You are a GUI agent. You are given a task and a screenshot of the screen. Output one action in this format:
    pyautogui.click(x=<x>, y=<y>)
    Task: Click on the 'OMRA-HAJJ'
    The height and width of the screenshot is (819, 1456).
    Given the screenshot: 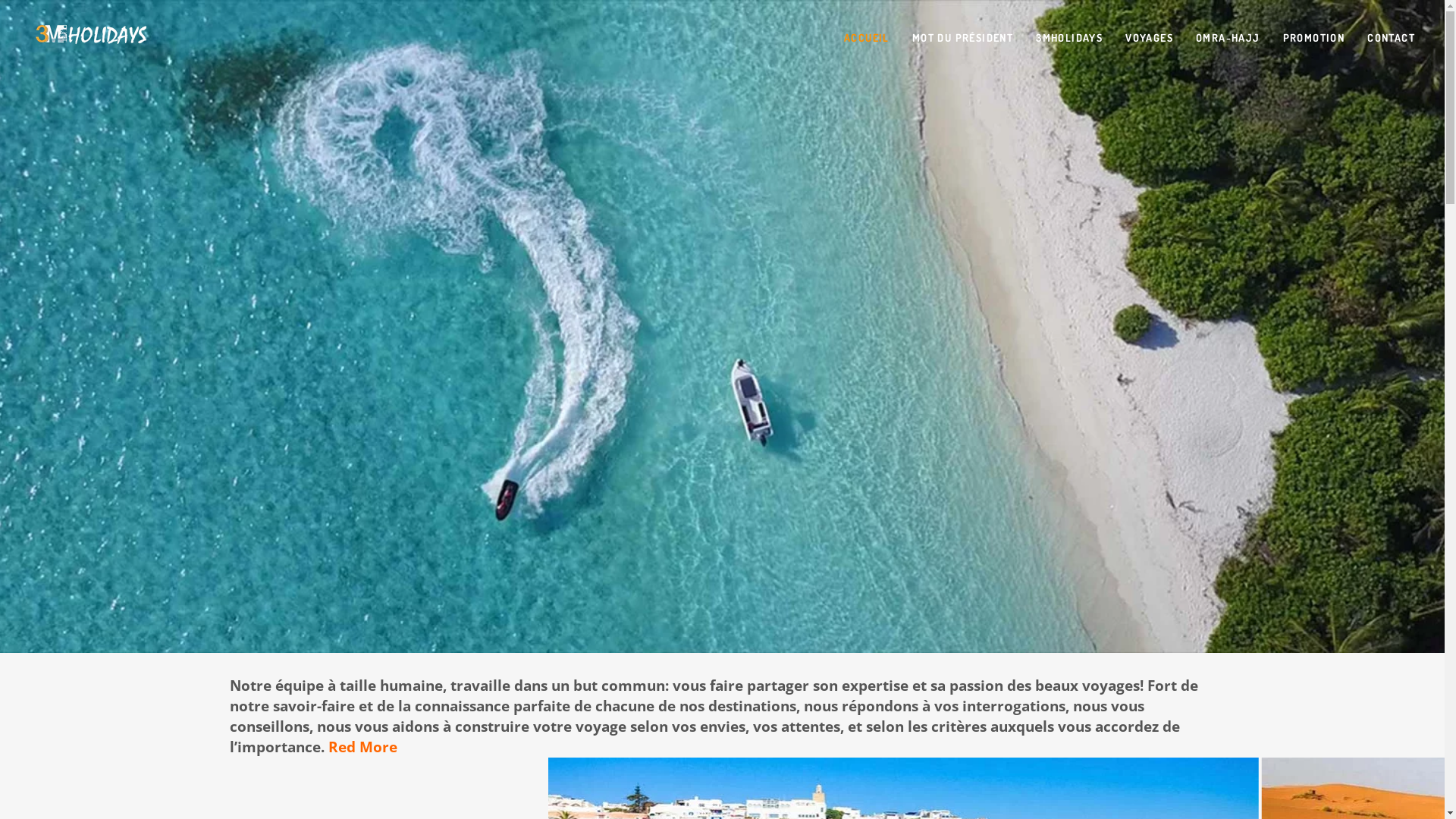 What is the action you would take?
    pyautogui.click(x=1228, y=37)
    